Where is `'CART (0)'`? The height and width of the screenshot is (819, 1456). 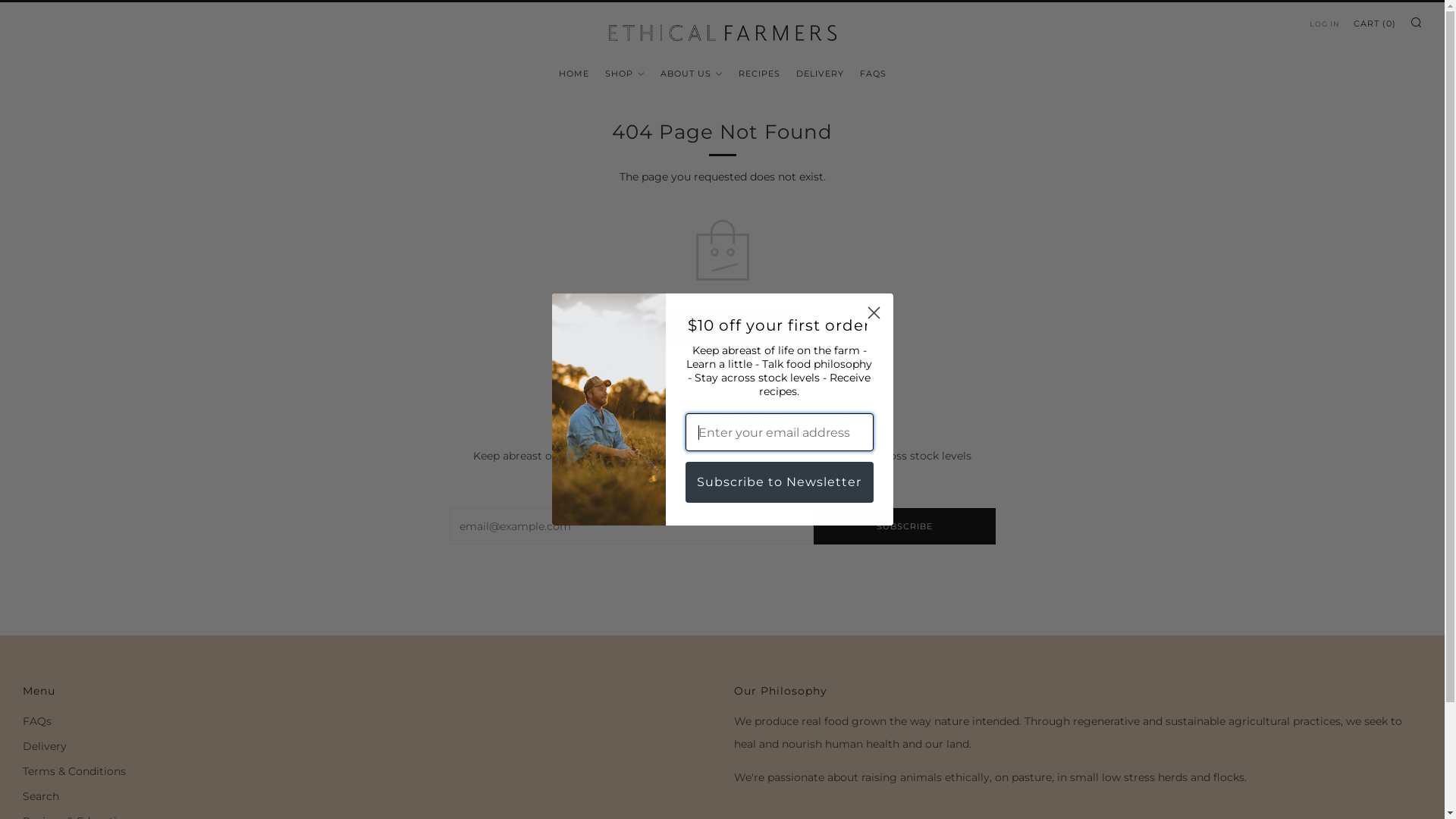 'CART (0)' is located at coordinates (1375, 23).